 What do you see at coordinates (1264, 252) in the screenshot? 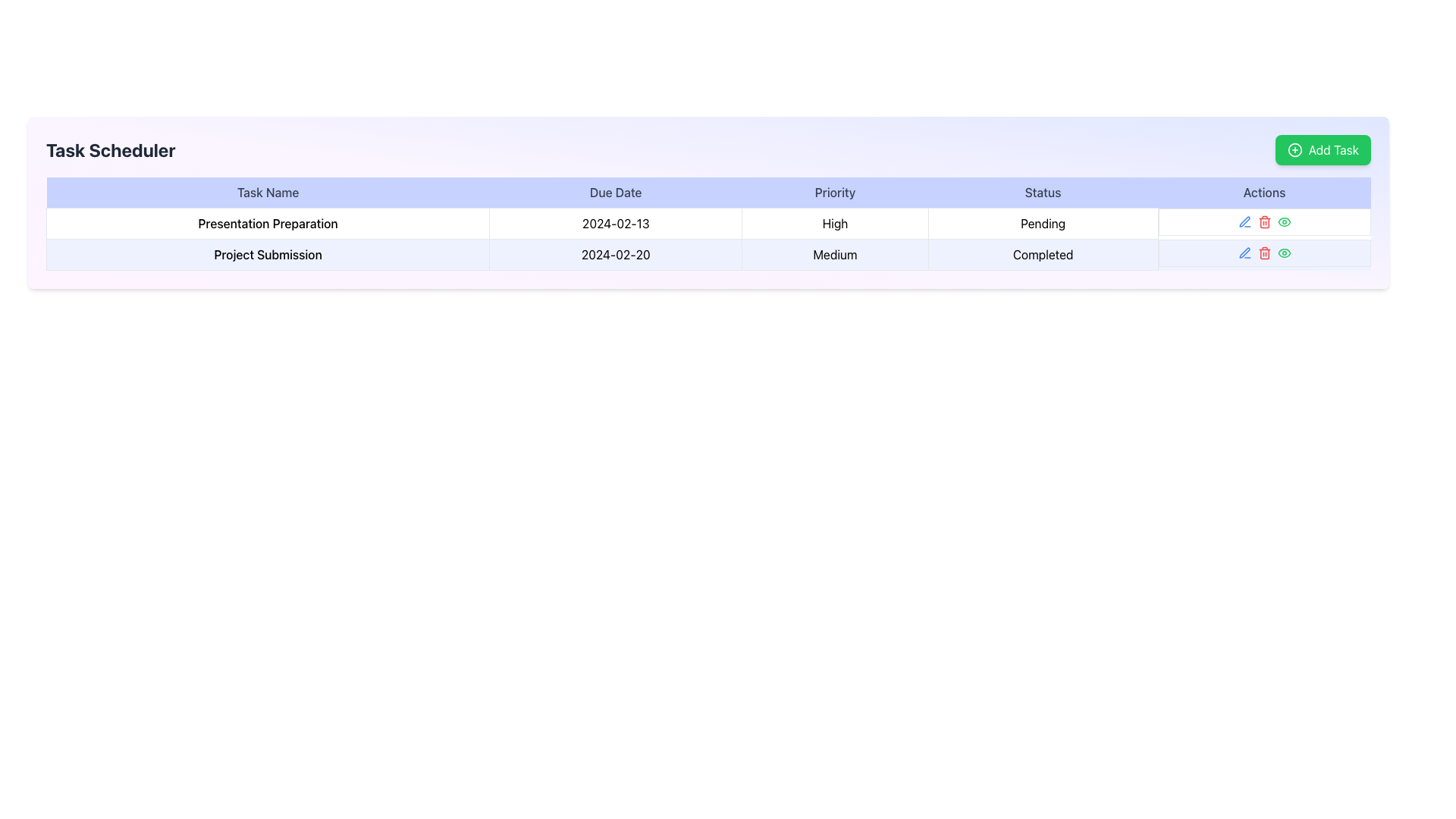
I see `the trash can icon button located as the third interactive icon in the actions column of the second row in the task table` at bounding box center [1264, 252].